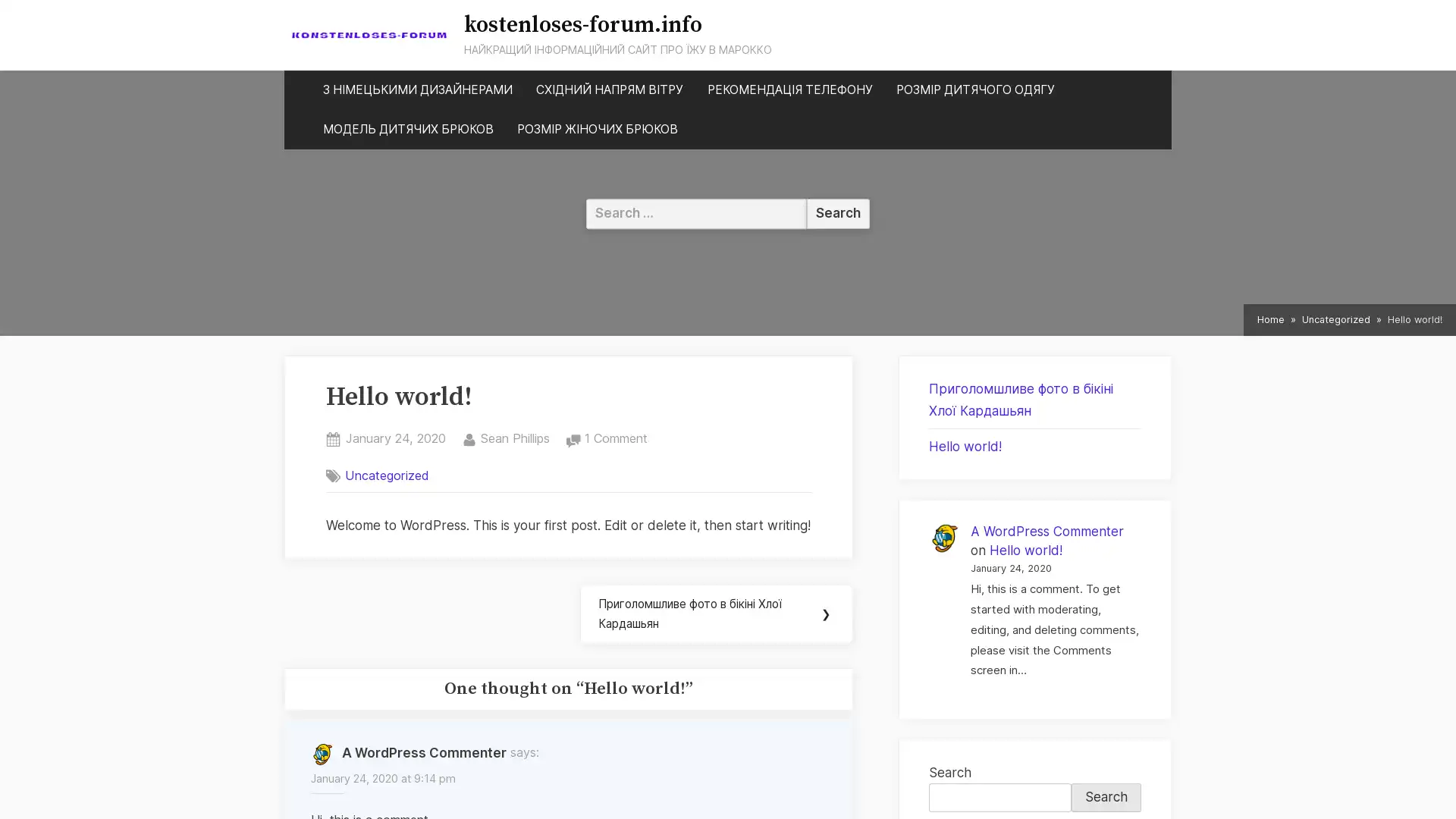 Image resolution: width=1456 pixels, height=819 pixels. What do you see at coordinates (1106, 796) in the screenshot?
I see `Search` at bounding box center [1106, 796].